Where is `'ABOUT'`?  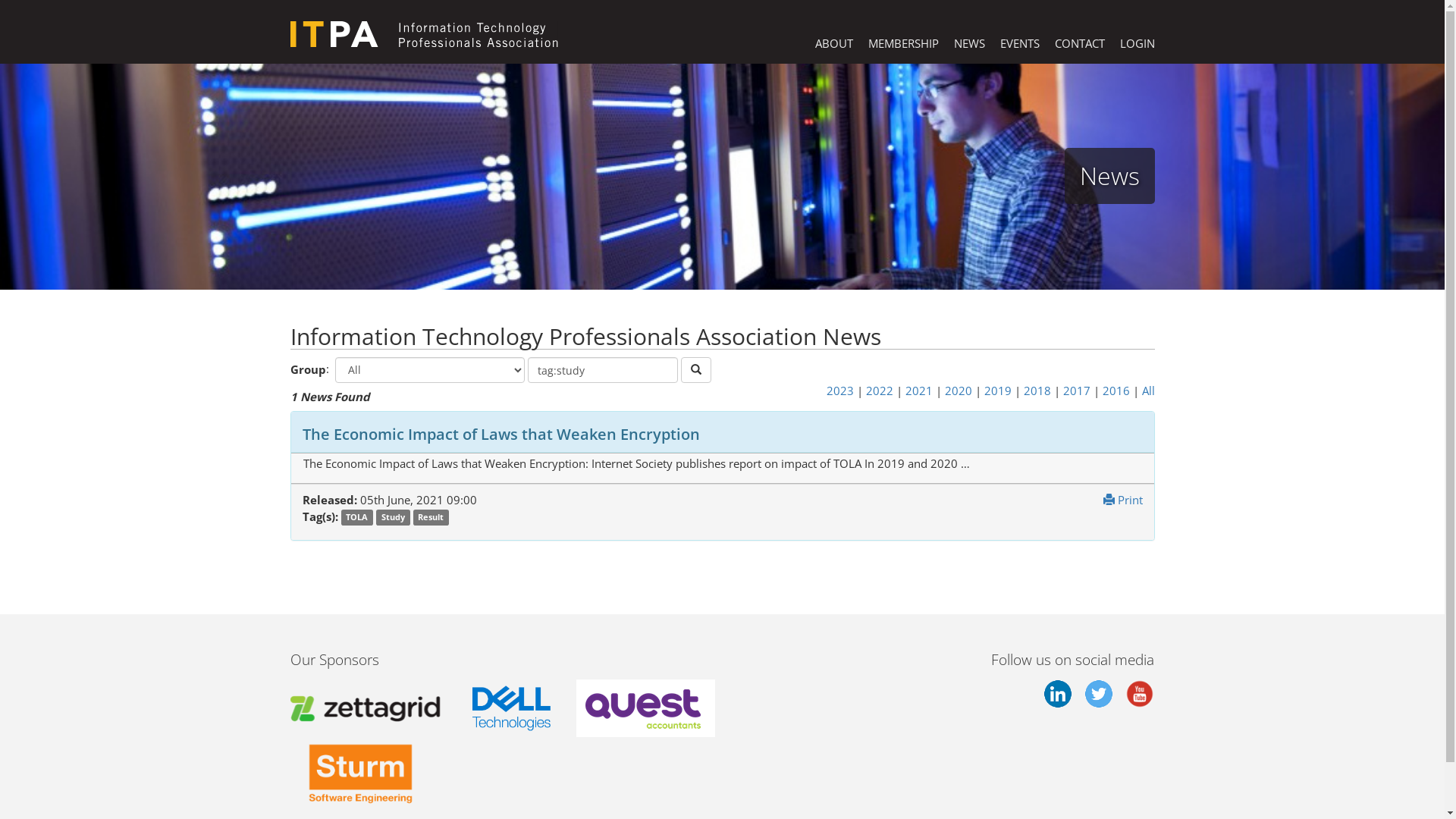
'ABOUT' is located at coordinates (833, 42).